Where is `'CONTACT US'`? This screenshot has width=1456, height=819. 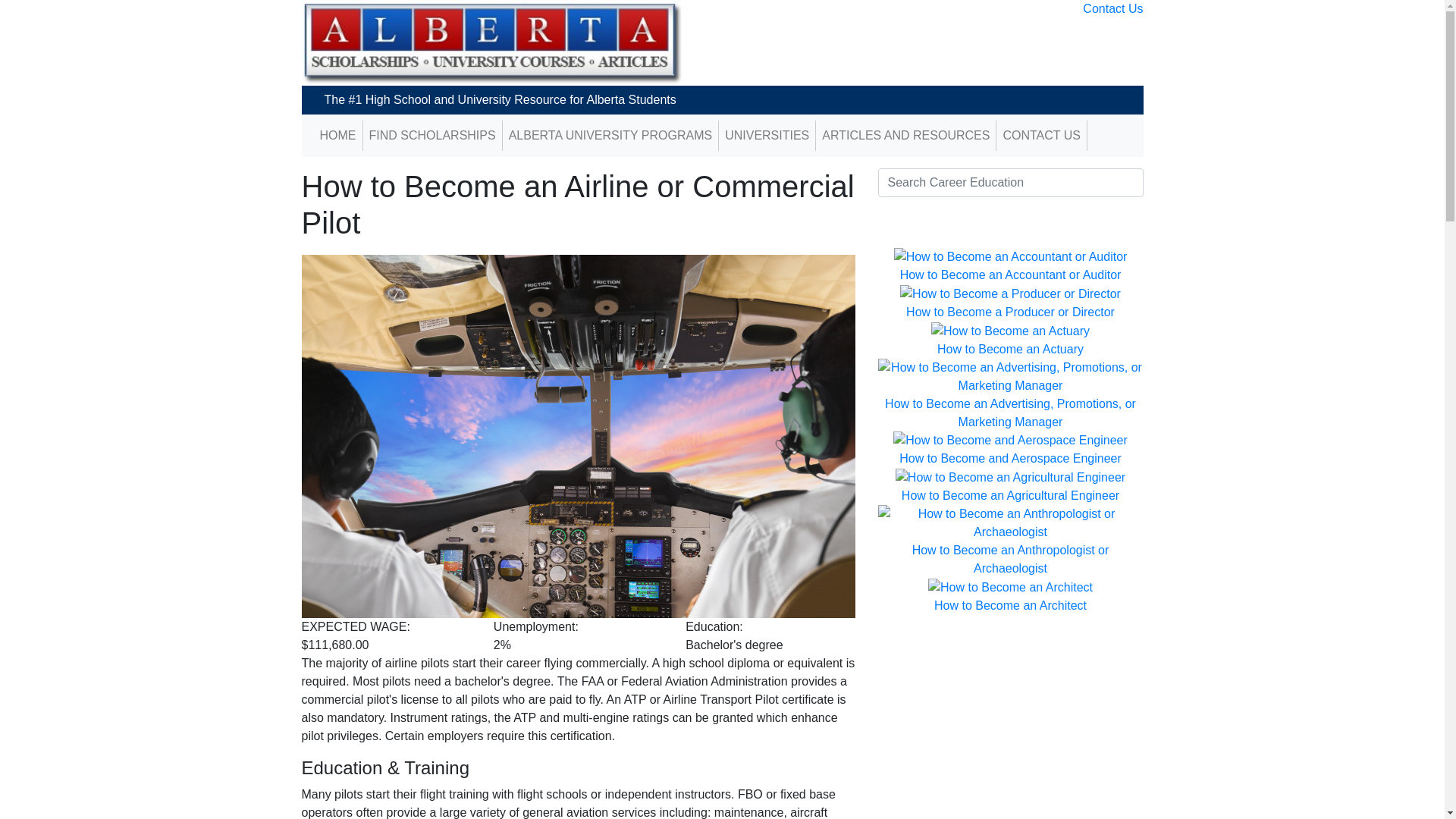
'CONTACT US' is located at coordinates (1040, 134).